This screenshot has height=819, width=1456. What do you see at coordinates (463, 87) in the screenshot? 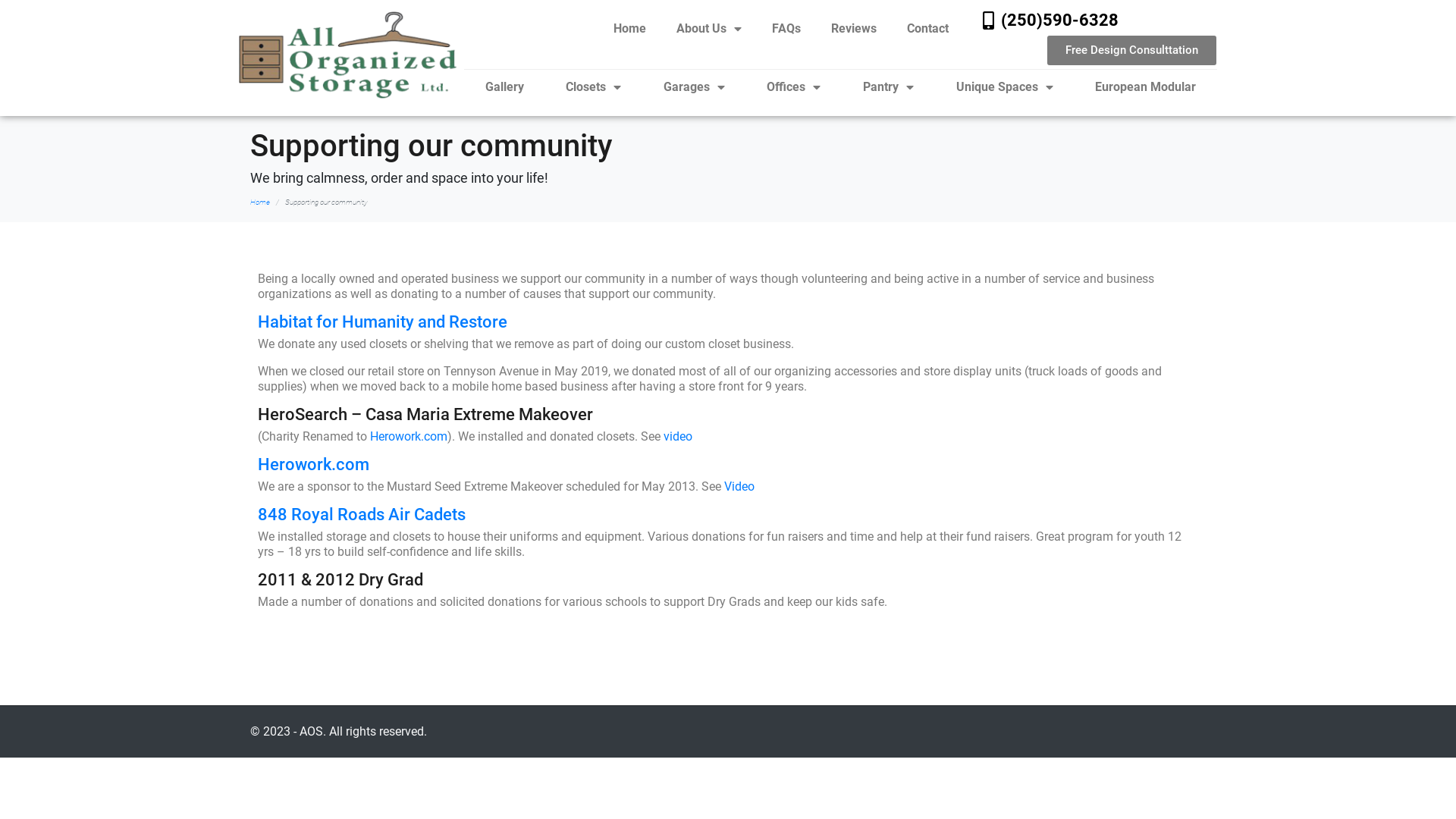
I see `'Gallery'` at bounding box center [463, 87].